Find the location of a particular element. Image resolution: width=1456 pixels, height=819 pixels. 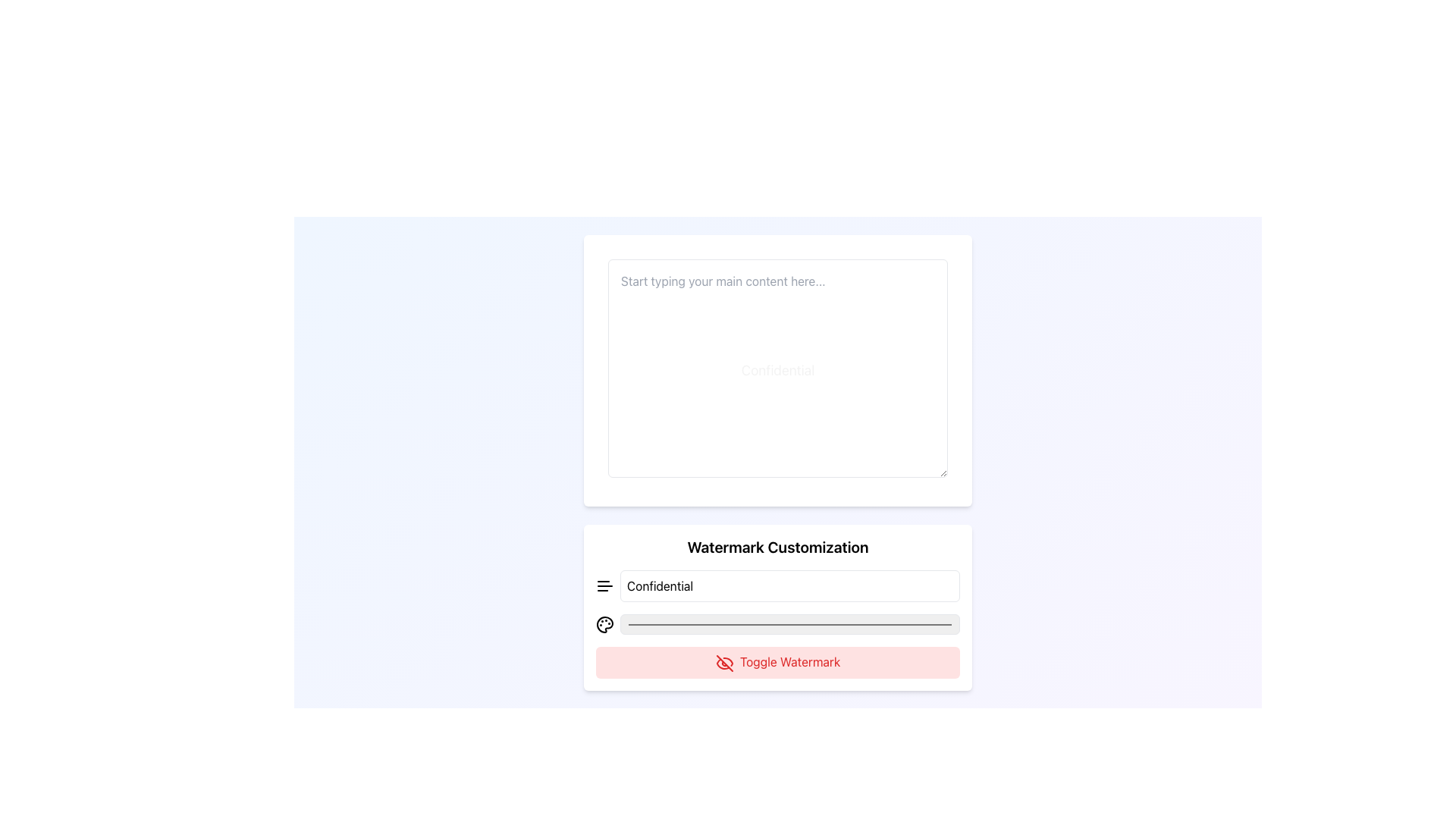

the Color Picker Input in the Watermark Customization panel is located at coordinates (789, 623).